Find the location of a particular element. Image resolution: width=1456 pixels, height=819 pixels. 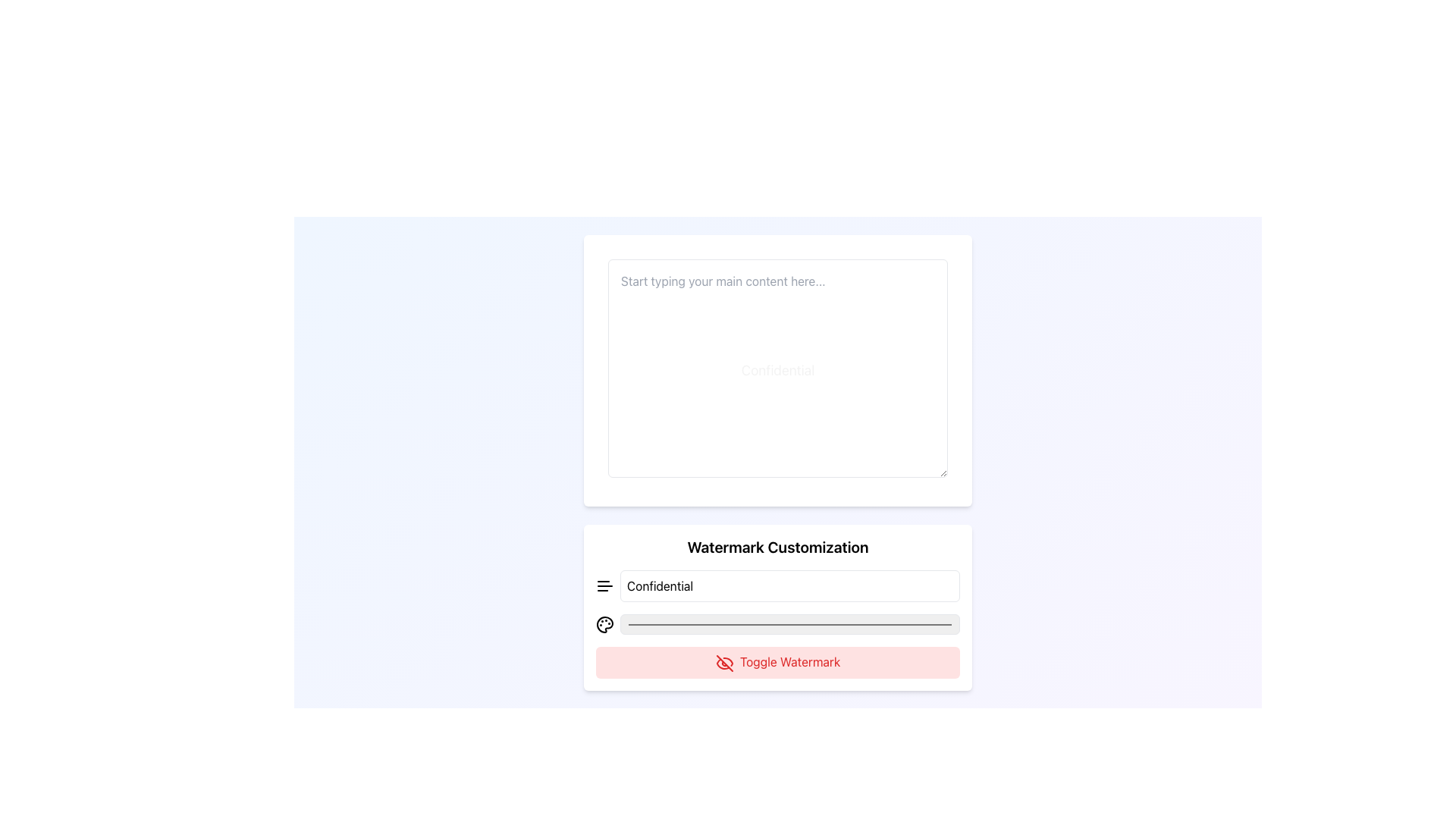

the Color Picker Input in the Watermark Customization panel is located at coordinates (789, 623).